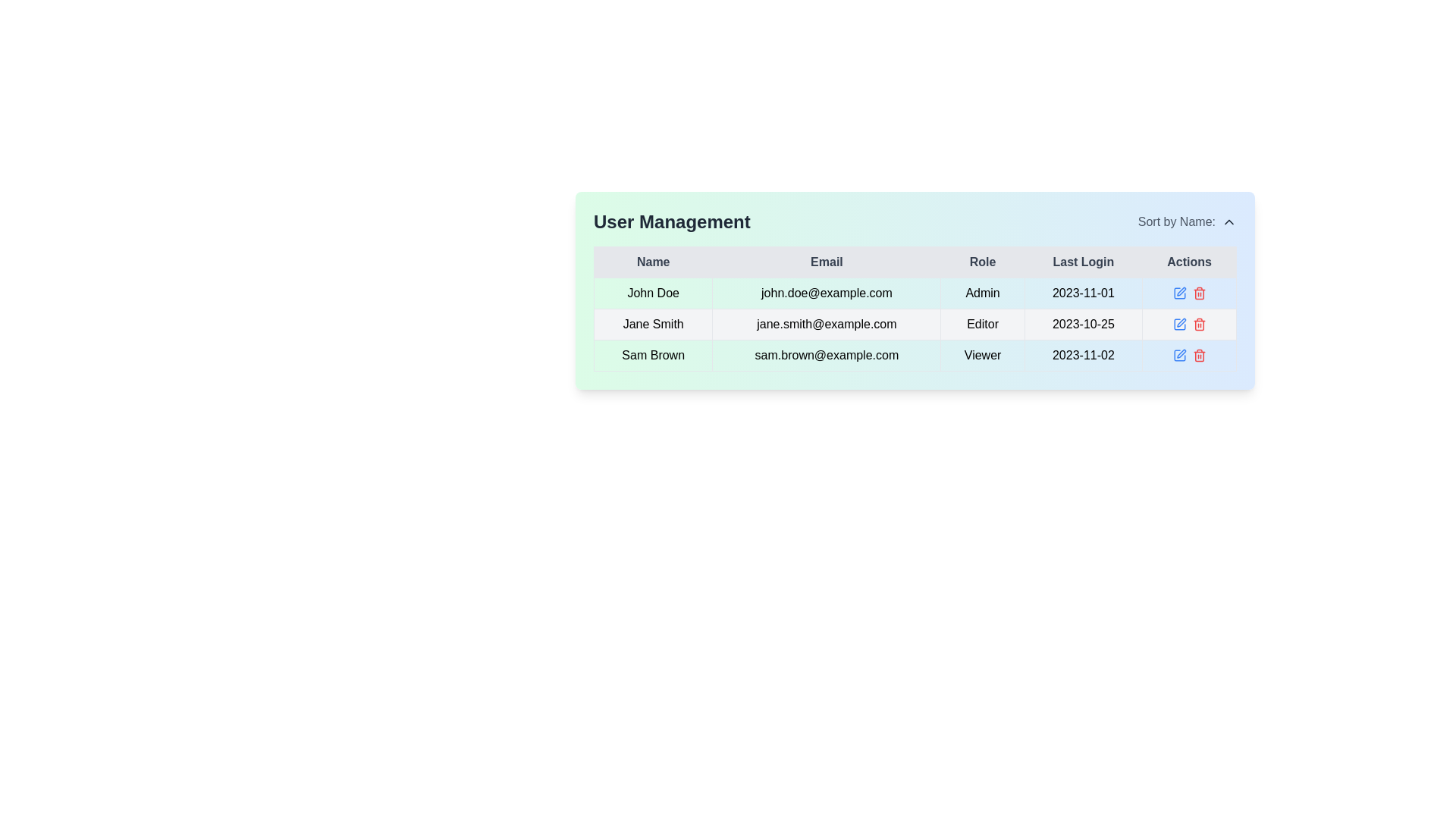 Image resolution: width=1456 pixels, height=819 pixels. Describe the element at coordinates (653, 293) in the screenshot. I see `the static text displaying the user's name in the user details table, which is the first entry in the 'Name' column` at that location.